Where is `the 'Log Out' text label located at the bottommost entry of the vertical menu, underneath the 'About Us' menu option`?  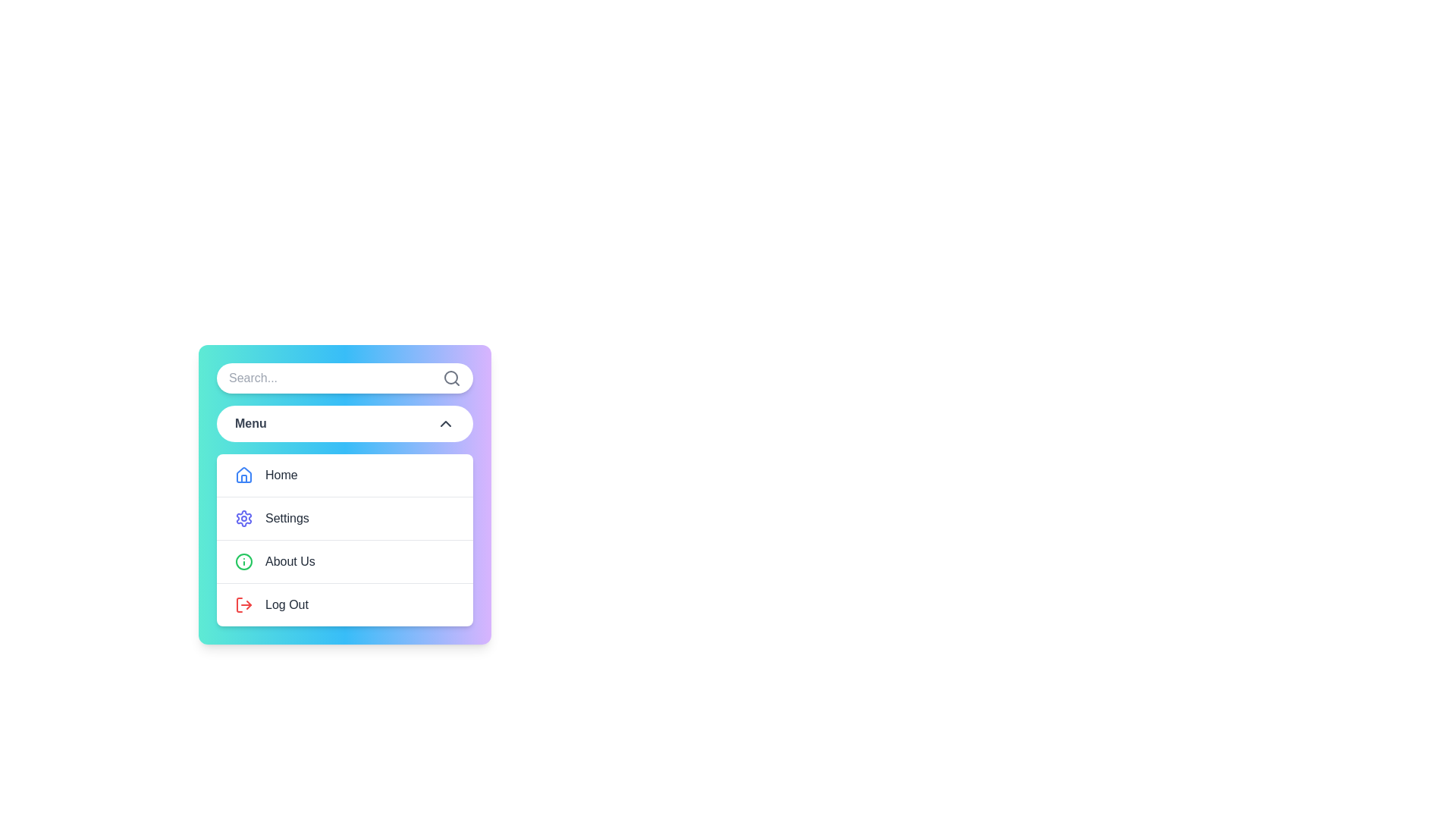 the 'Log Out' text label located at the bottommost entry of the vertical menu, underneath the 'About Us' menu option is located at coordinates (287, 604).